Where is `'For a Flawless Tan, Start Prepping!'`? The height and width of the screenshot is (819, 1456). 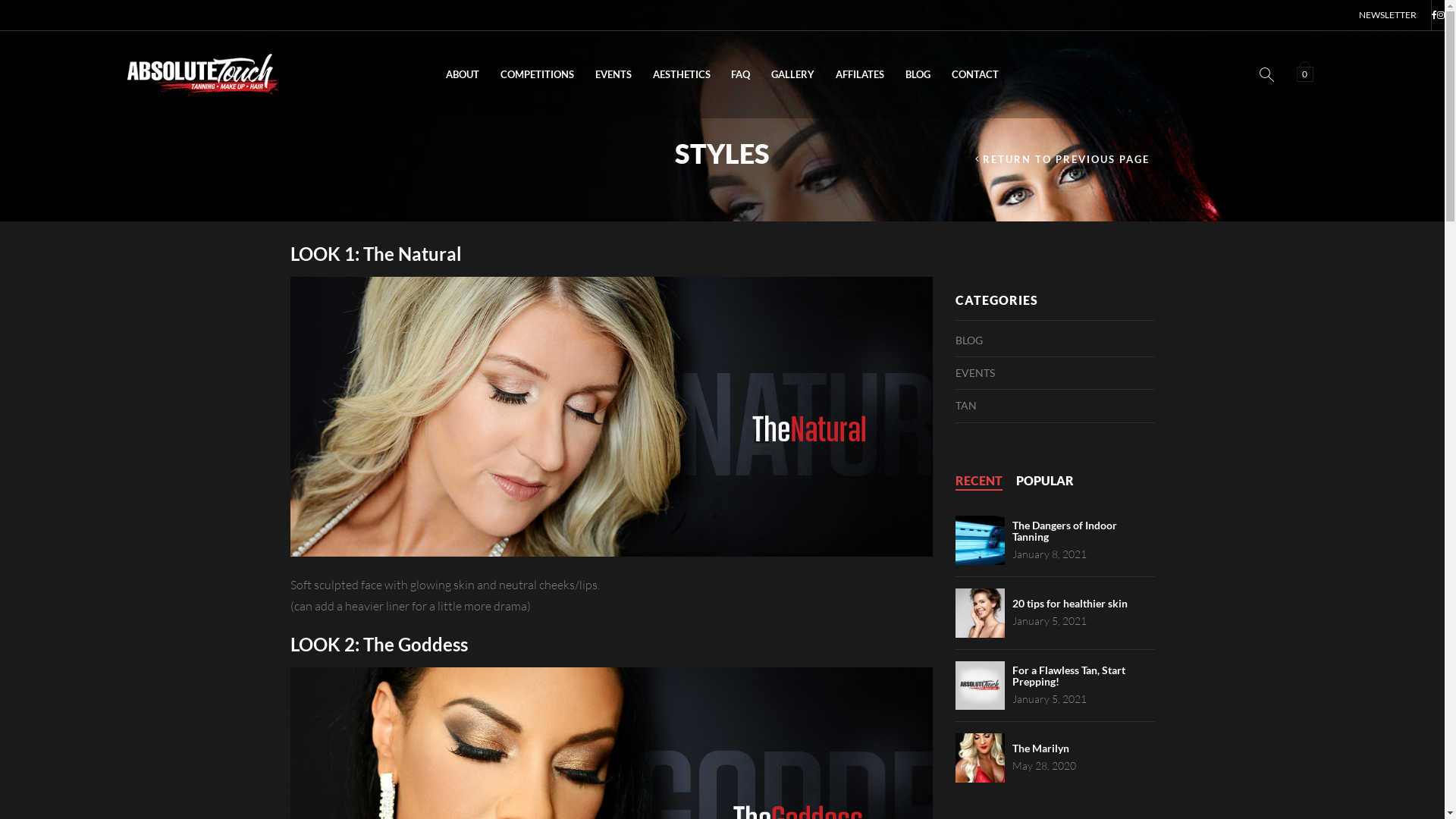 'For a Flawless Tan, Start Prepping!' is located at coordinates (1068, 675).